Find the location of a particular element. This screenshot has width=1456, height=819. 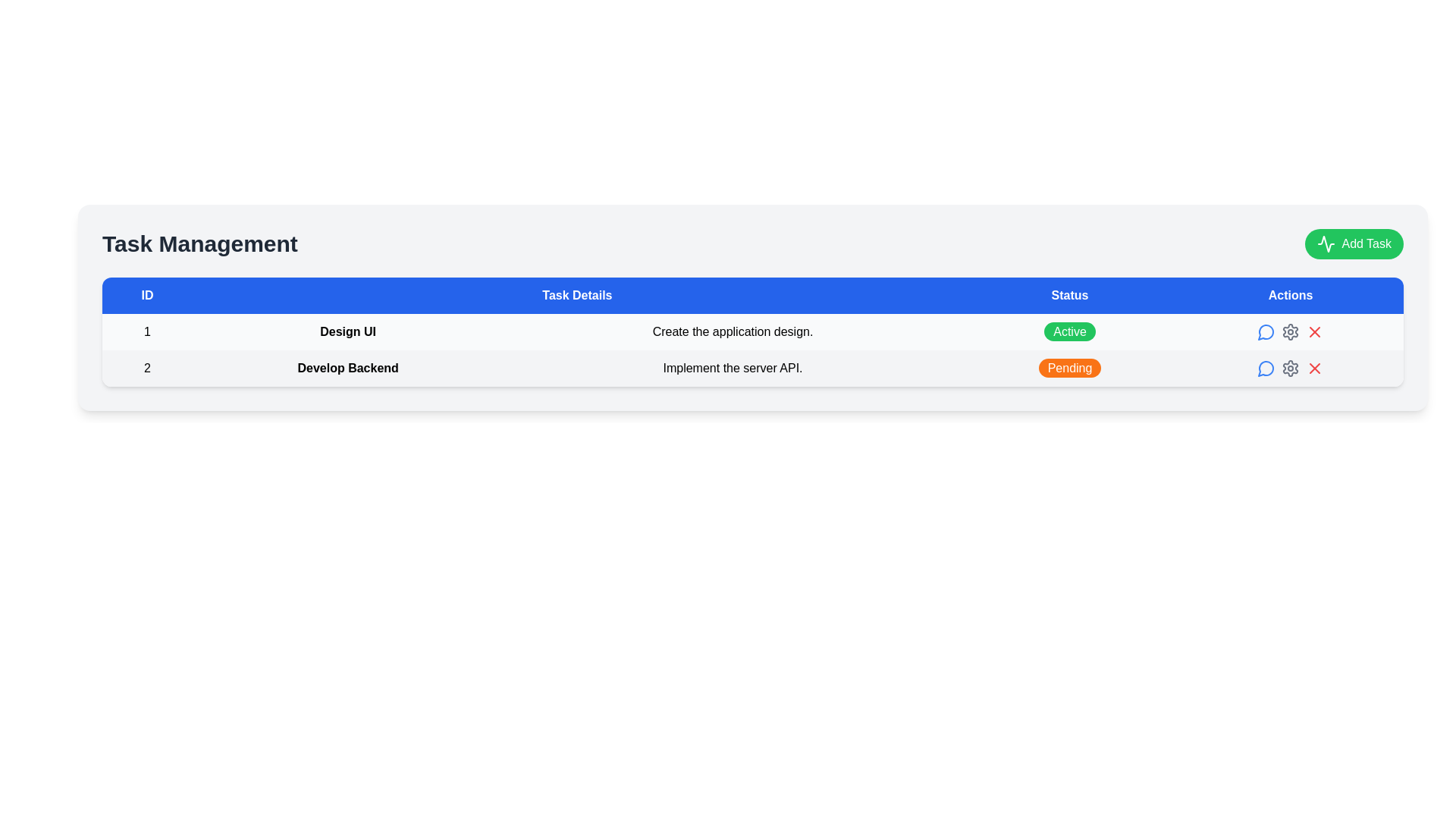

the Status badge, which is the first status indicator in the Status column of the task details table, displaying the current state of a task (Active) is located at coordinates (1069, 331).